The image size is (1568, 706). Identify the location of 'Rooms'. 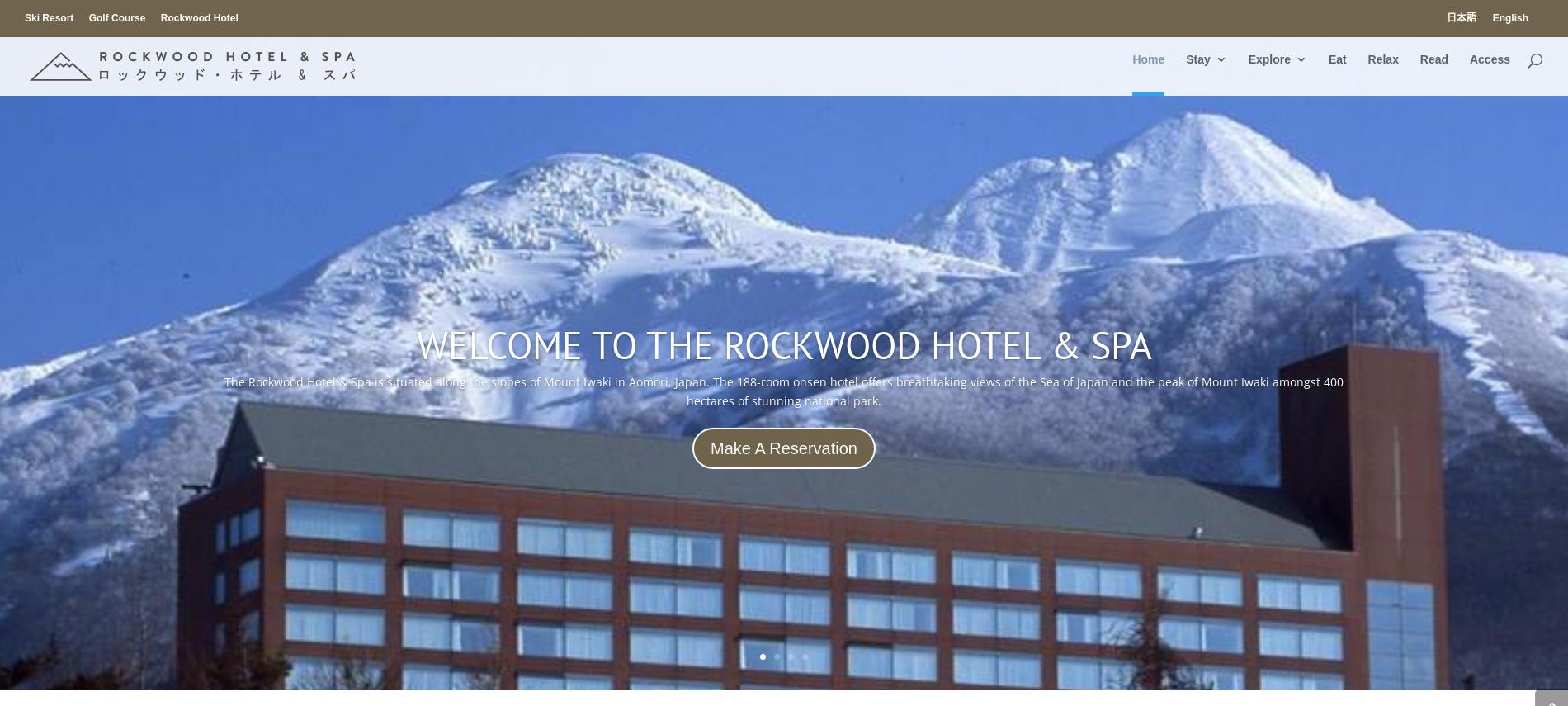
(1238, 139).